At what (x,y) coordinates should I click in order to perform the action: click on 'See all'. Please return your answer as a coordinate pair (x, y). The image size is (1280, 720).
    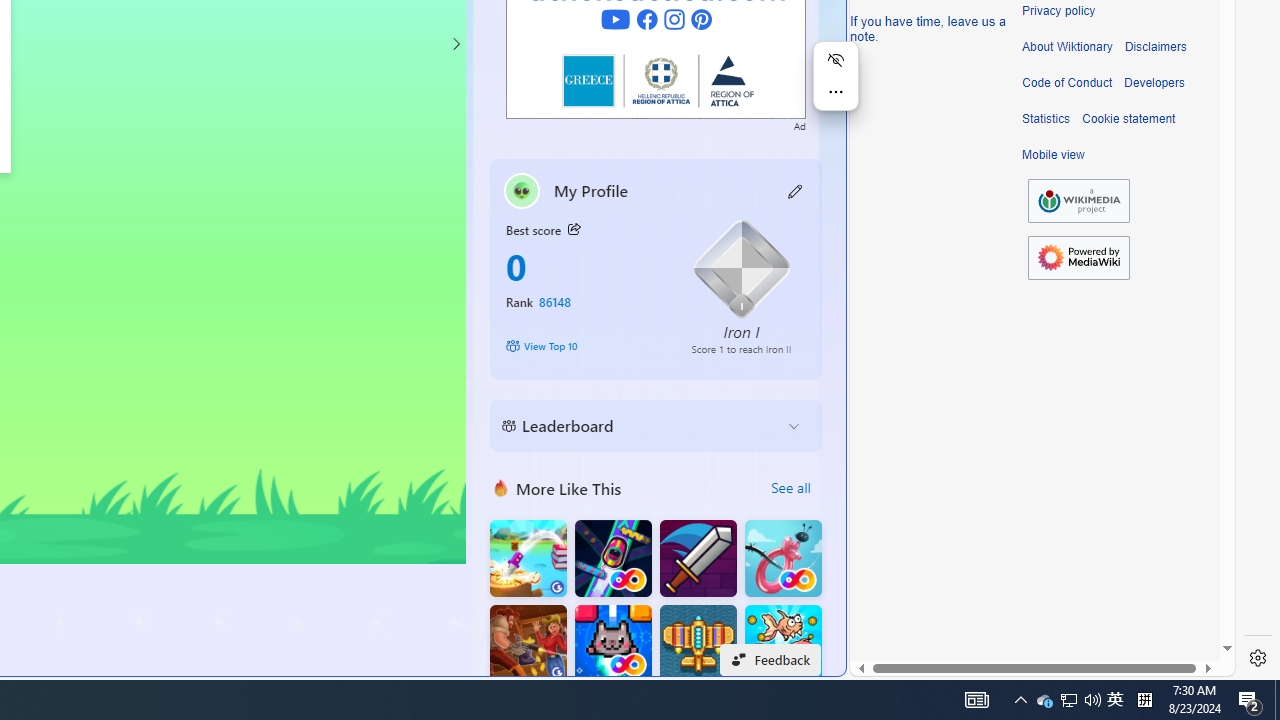
    Looking at the image, I should click on (790, 488).